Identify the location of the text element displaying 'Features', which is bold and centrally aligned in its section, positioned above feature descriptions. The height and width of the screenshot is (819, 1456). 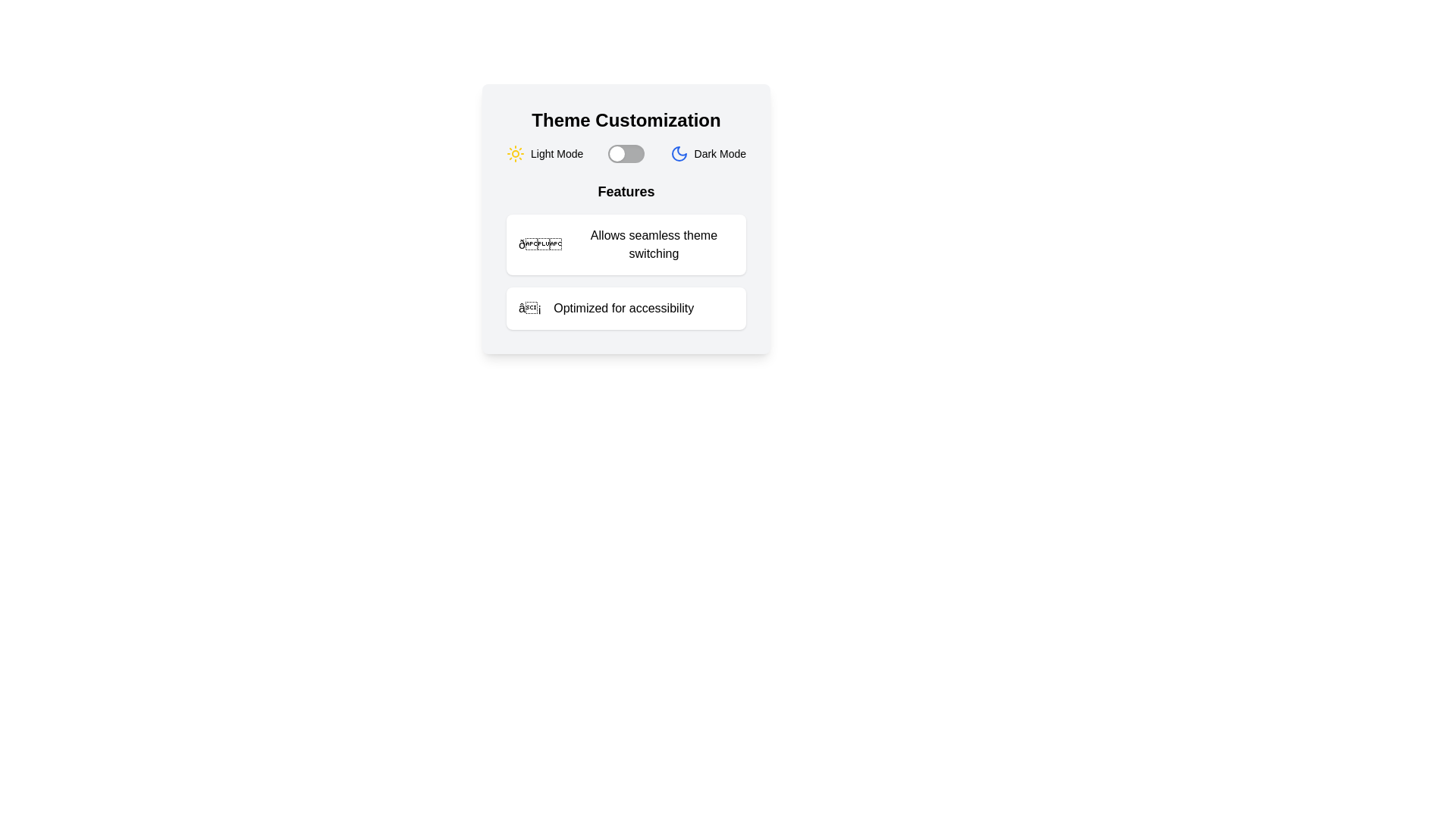
(626, 191).